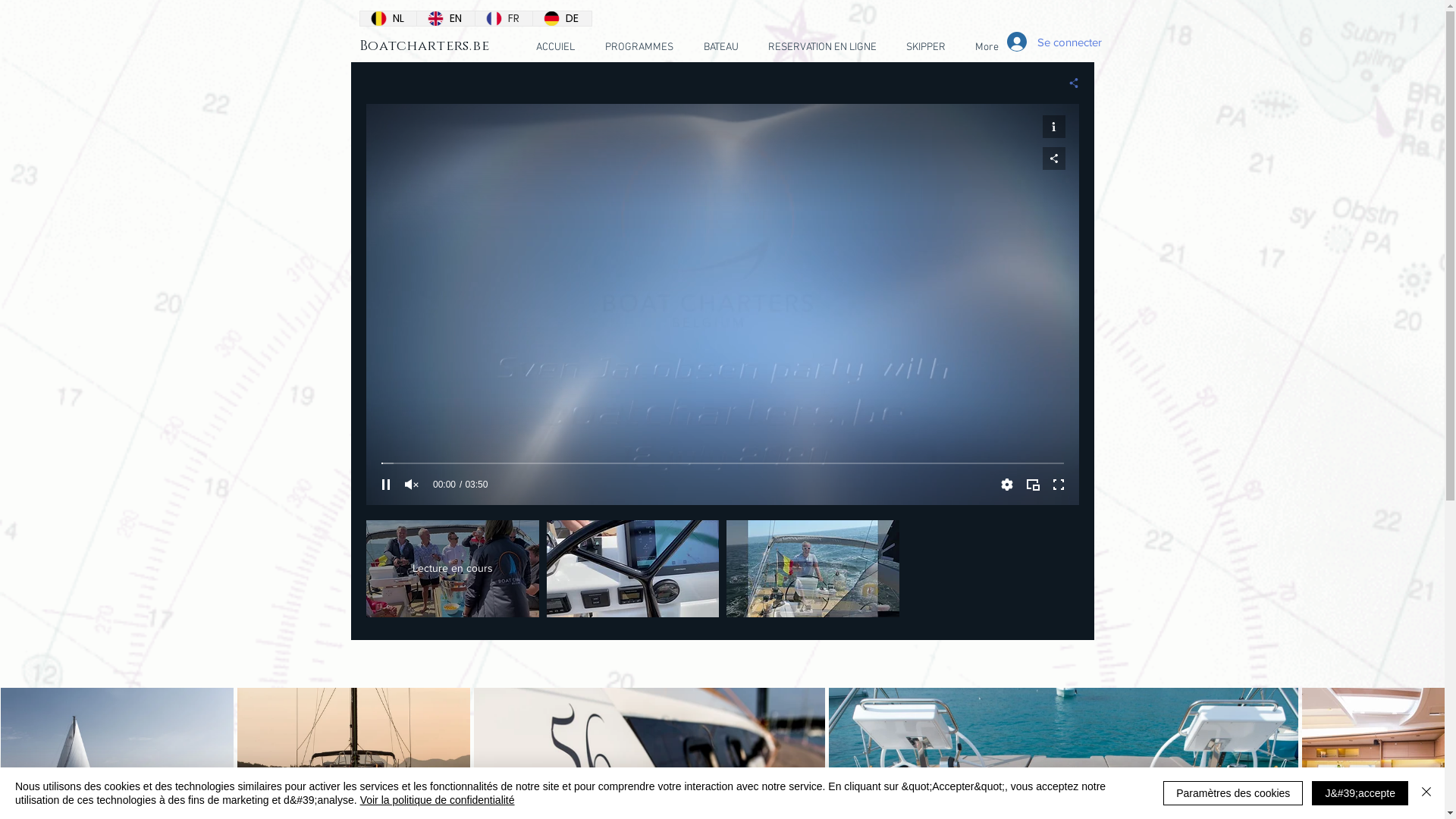  I want to click on 'NL', so click(359, 18).